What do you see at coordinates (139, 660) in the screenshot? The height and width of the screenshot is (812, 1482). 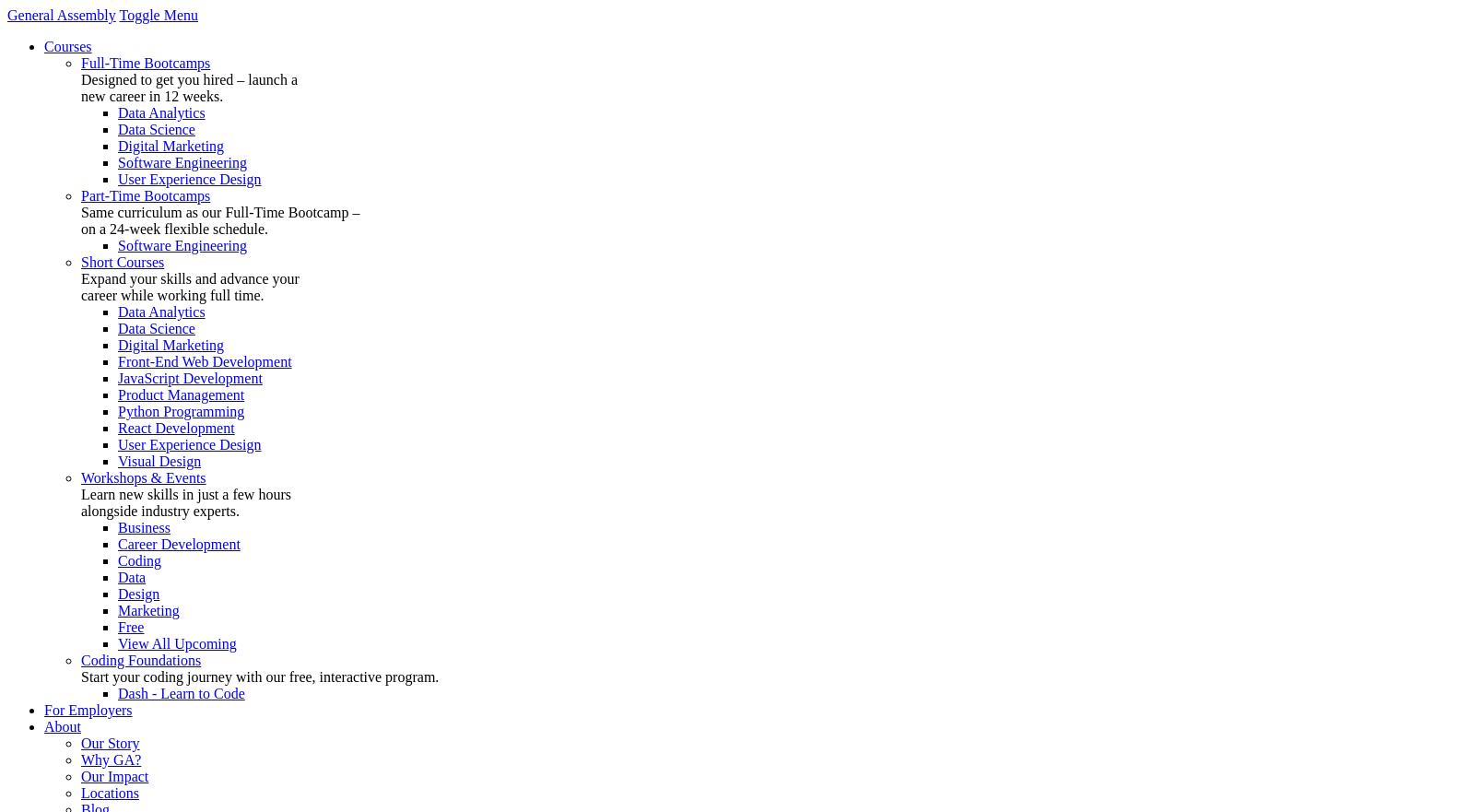 I see `'Coding Foundations'` at bounding box center [139, 660].